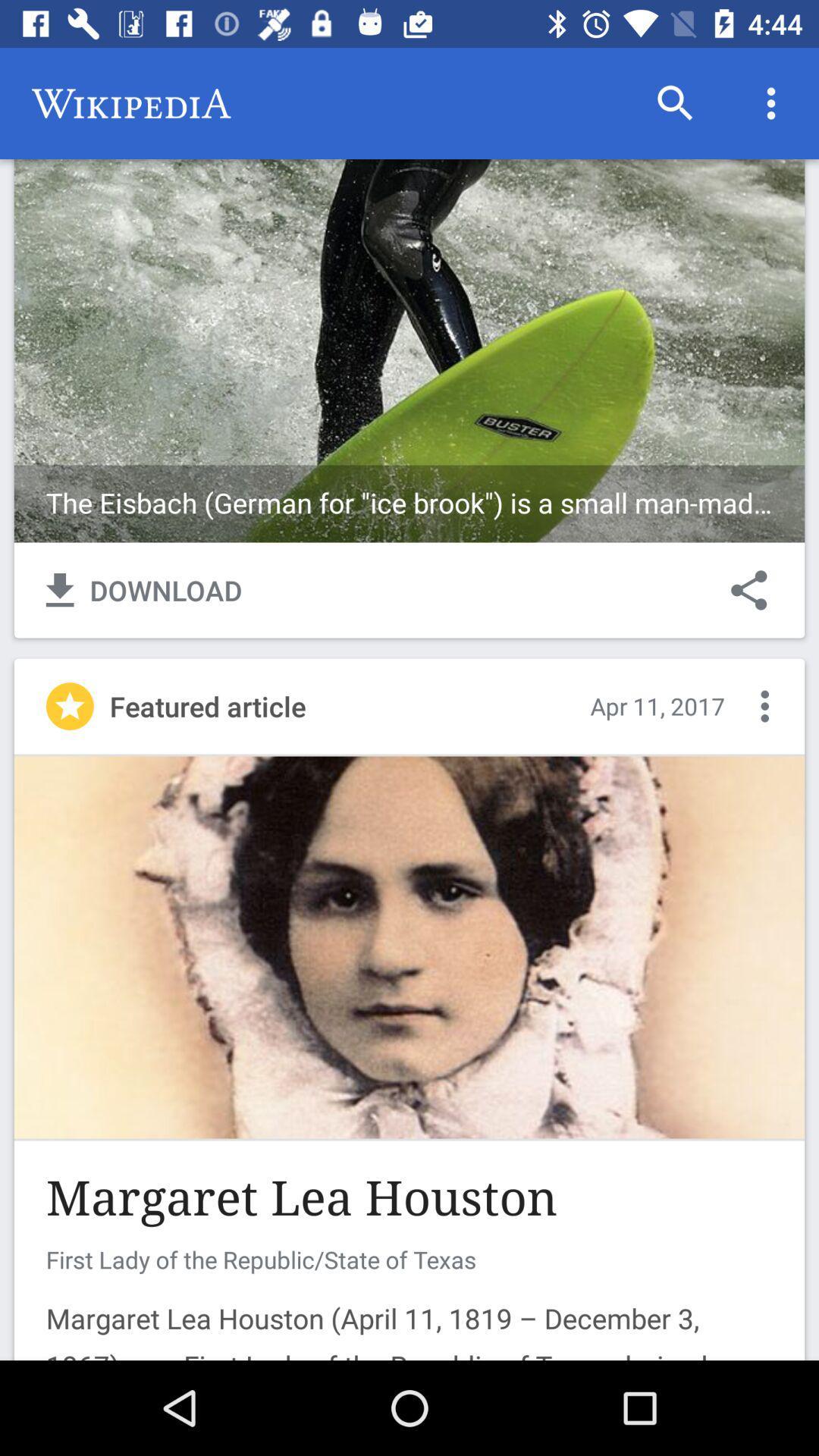 The width and height of the screenshot is (819, 1456). What do you see at coordinates (748, 589) in the screenshot?
I see `icon next to download item` at bounding box center [748, 589].